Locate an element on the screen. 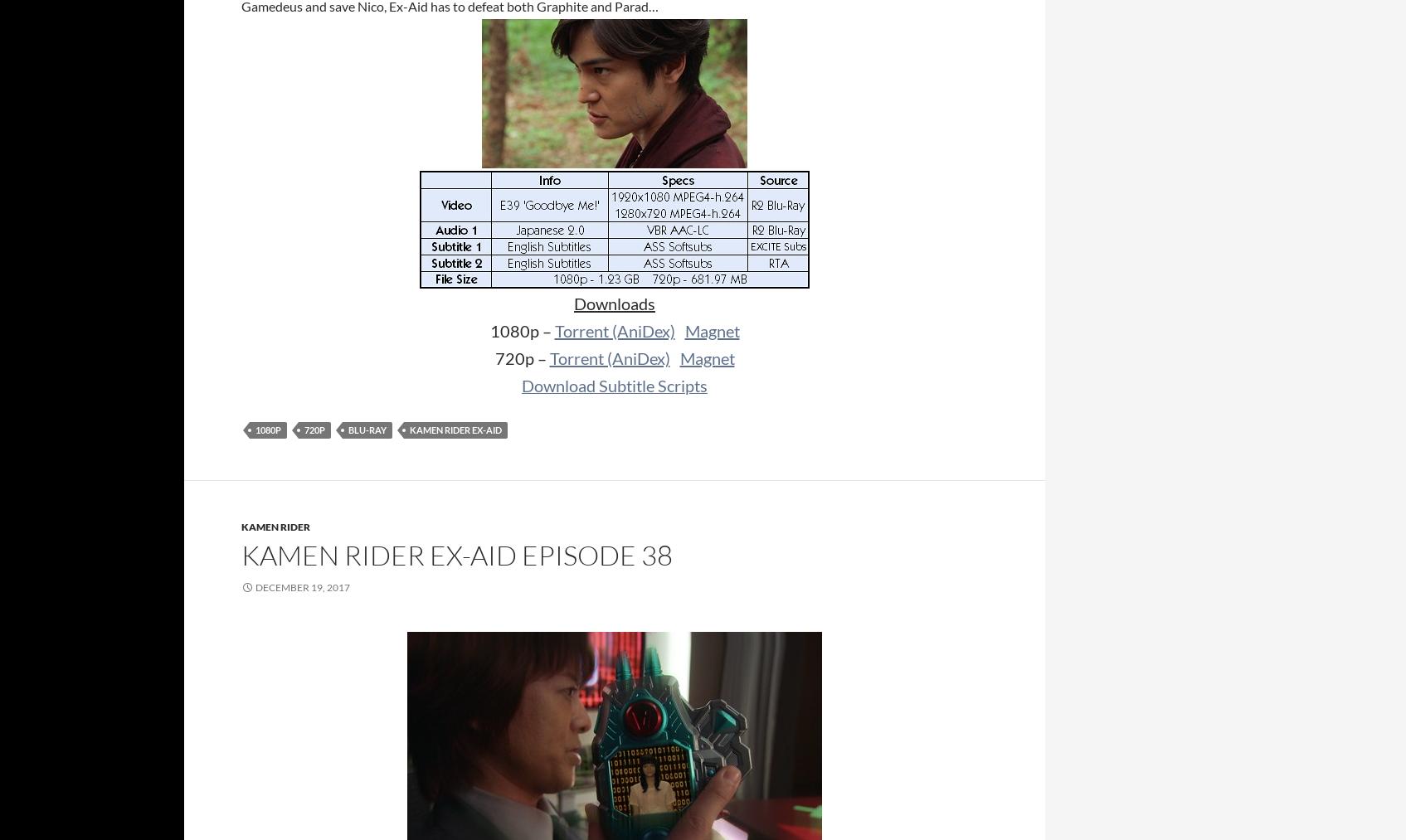  '1080p –' is located at coordinates (521, 331).